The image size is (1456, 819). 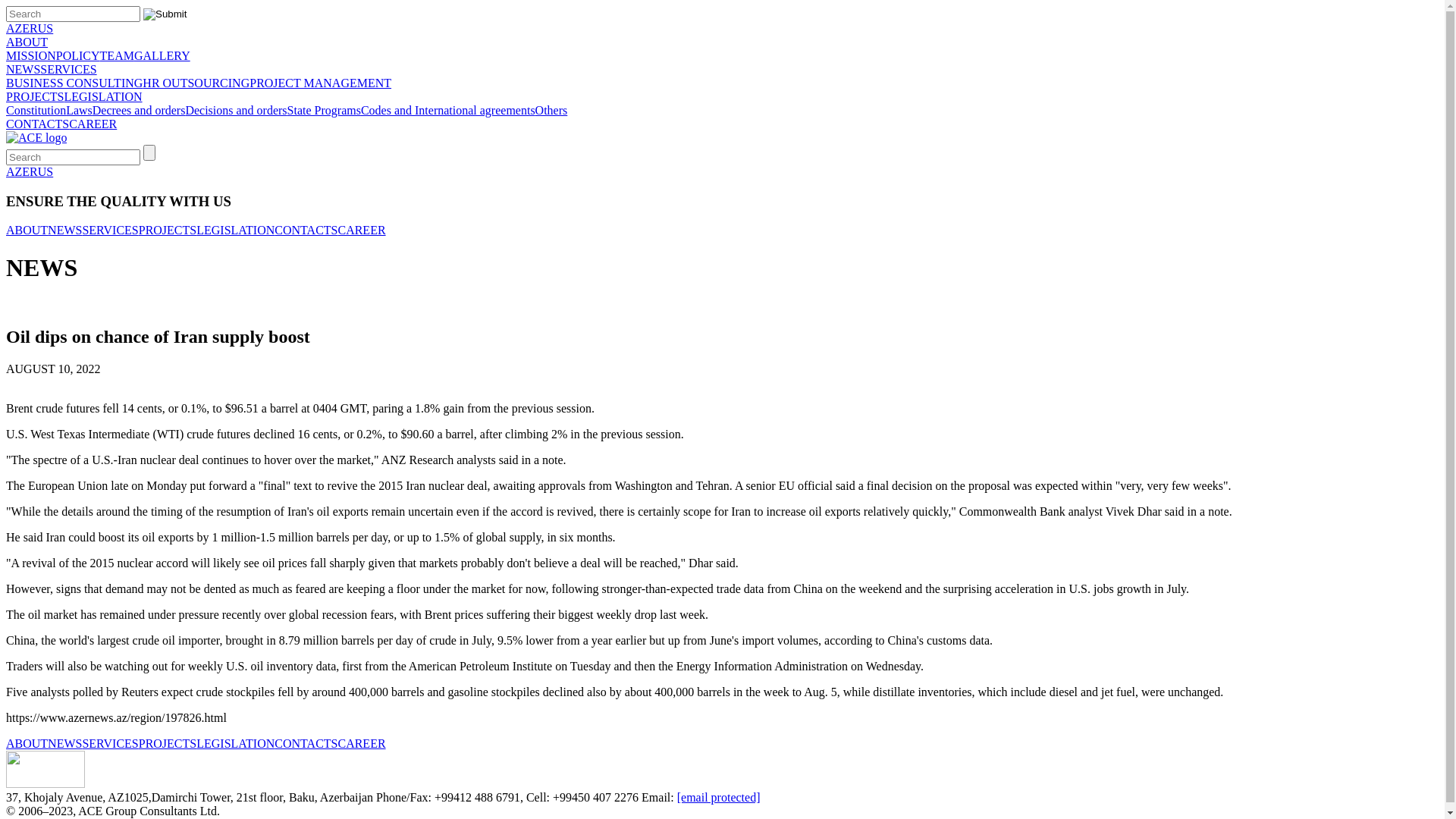 I want to click on 'Decrees and orders', so click(x=91, y=109).